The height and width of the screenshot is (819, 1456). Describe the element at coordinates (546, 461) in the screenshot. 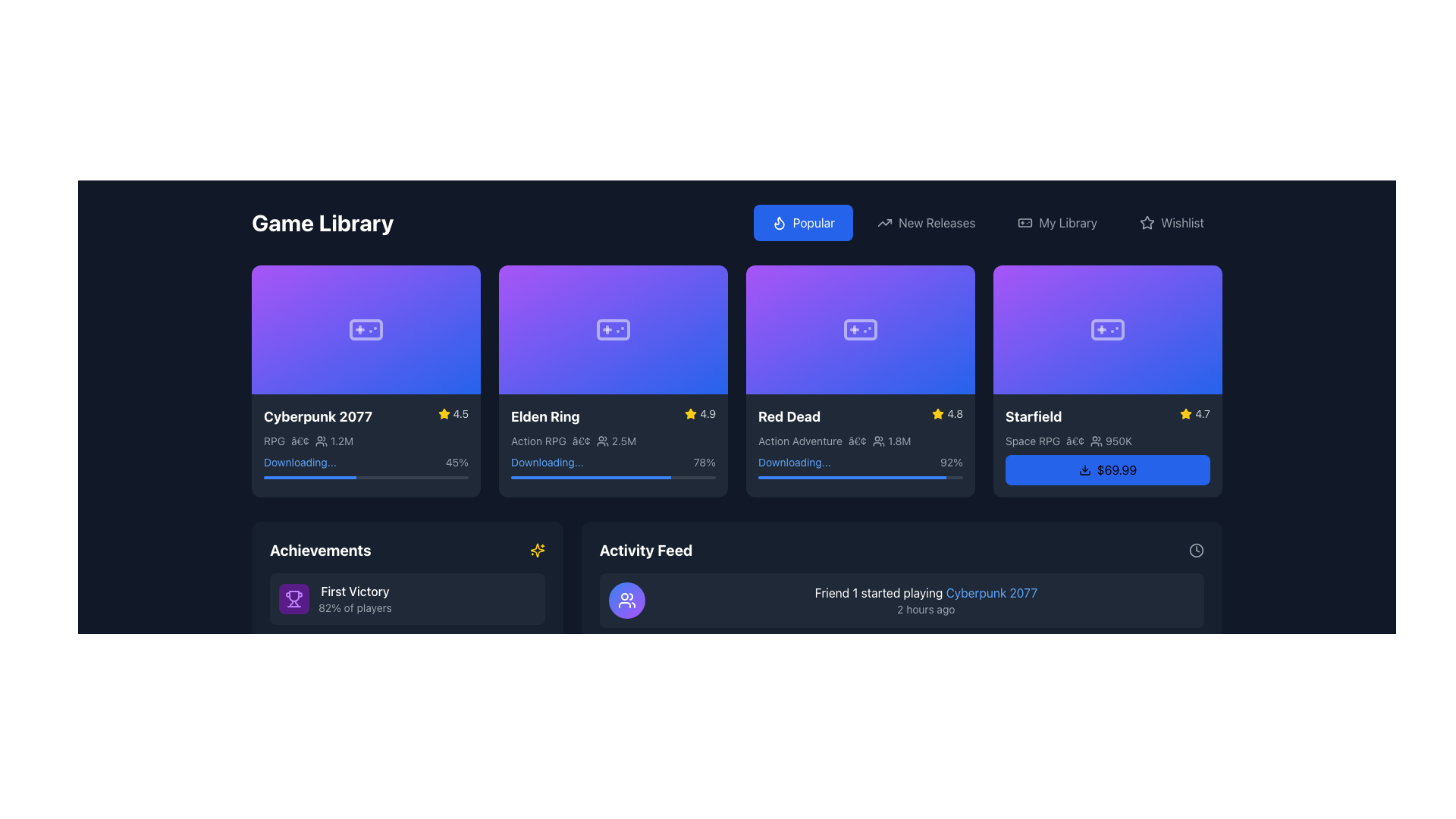

I see `the text label indicating that the game 'Elden Ring' is currently downloading, which is located in the card for the game, below the metadata section and above the progress bar` at that location.